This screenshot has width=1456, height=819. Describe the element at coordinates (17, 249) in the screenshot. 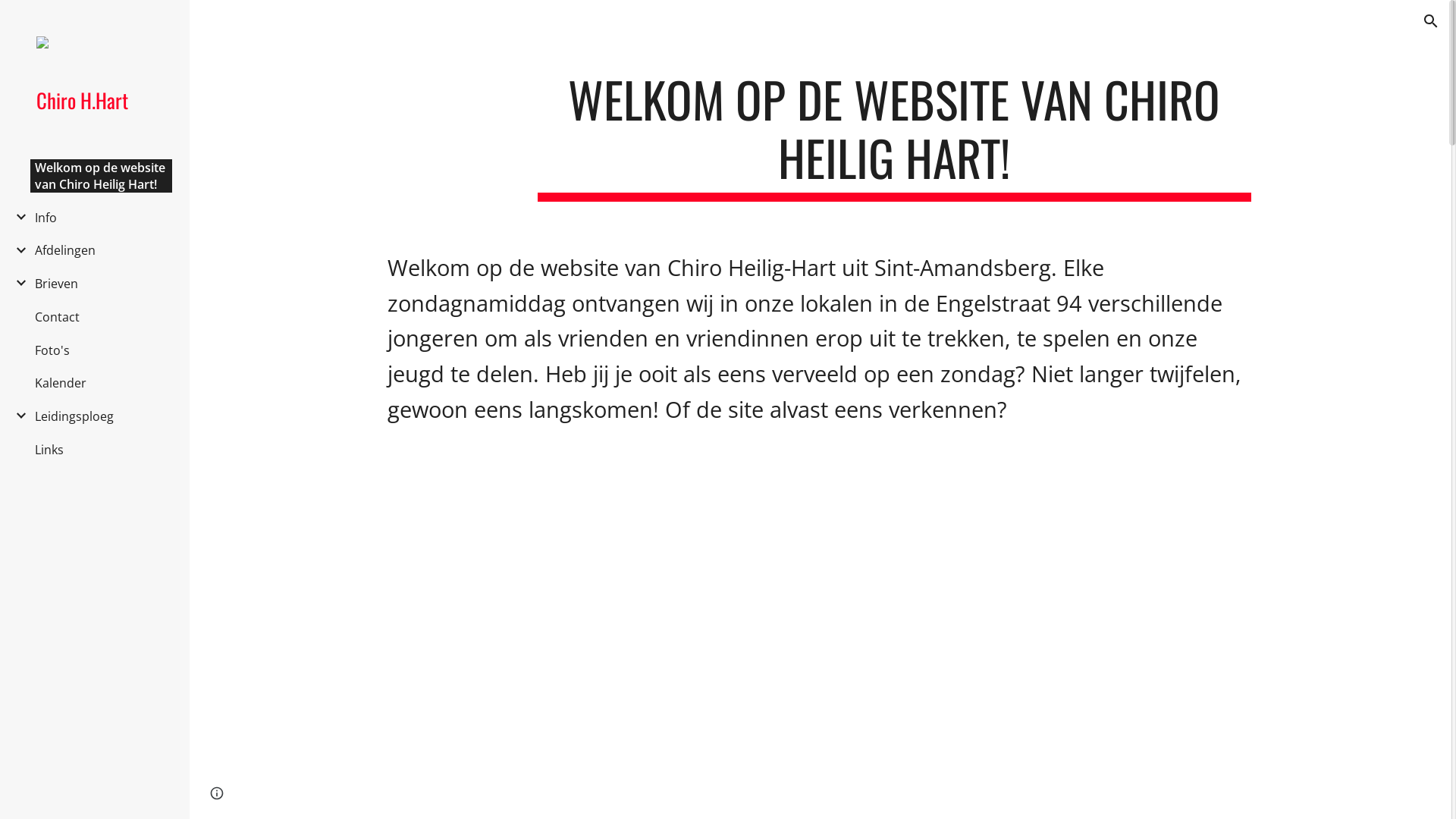

I see `'Expand/Collapse'` at that location.